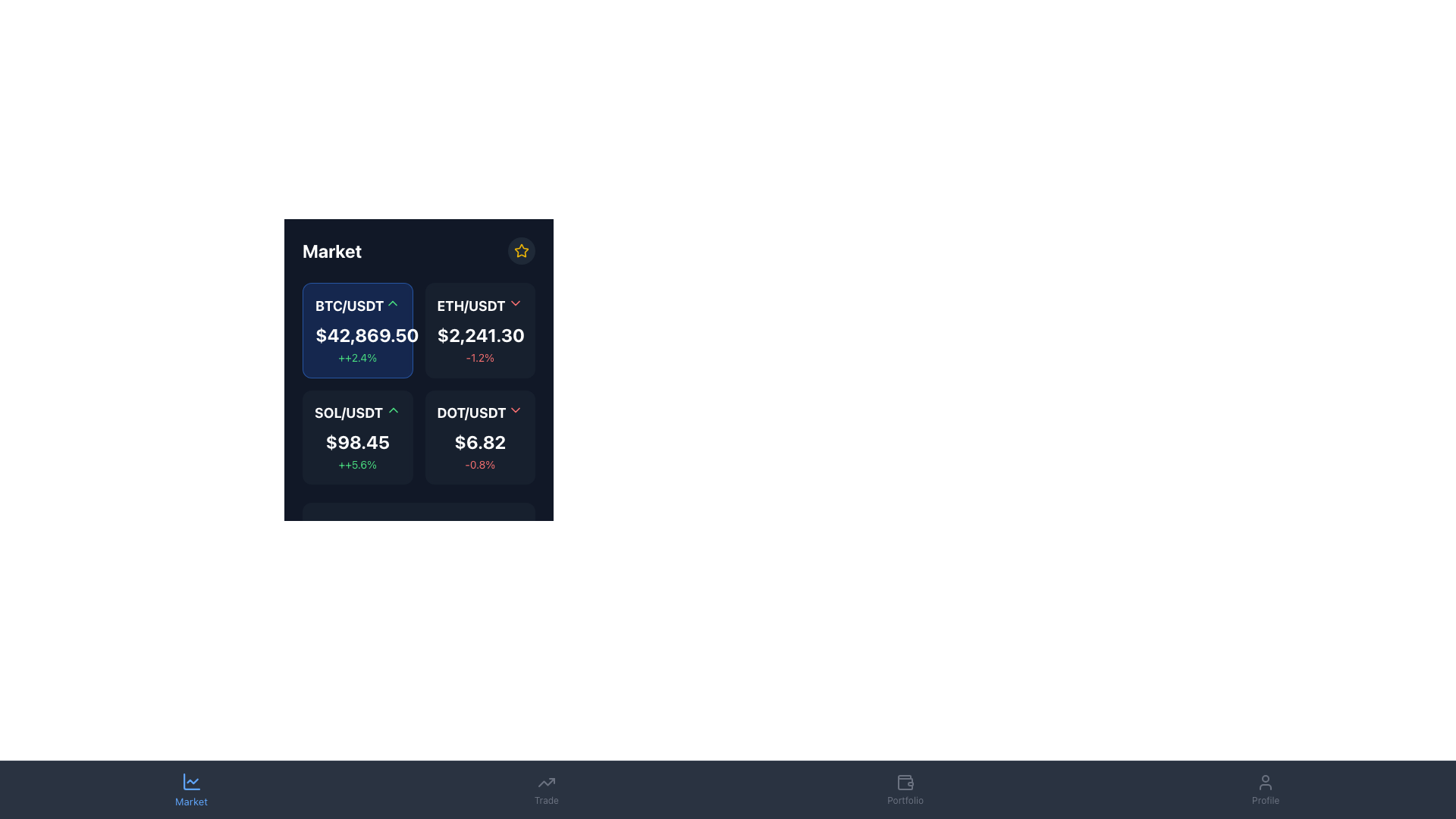  What do you see at coordinates (356, 413) in the screenshot?
I see `the financial trading pair label element for SOL/USDT located in the top left corner of its card` at bounding box center [356, 413].